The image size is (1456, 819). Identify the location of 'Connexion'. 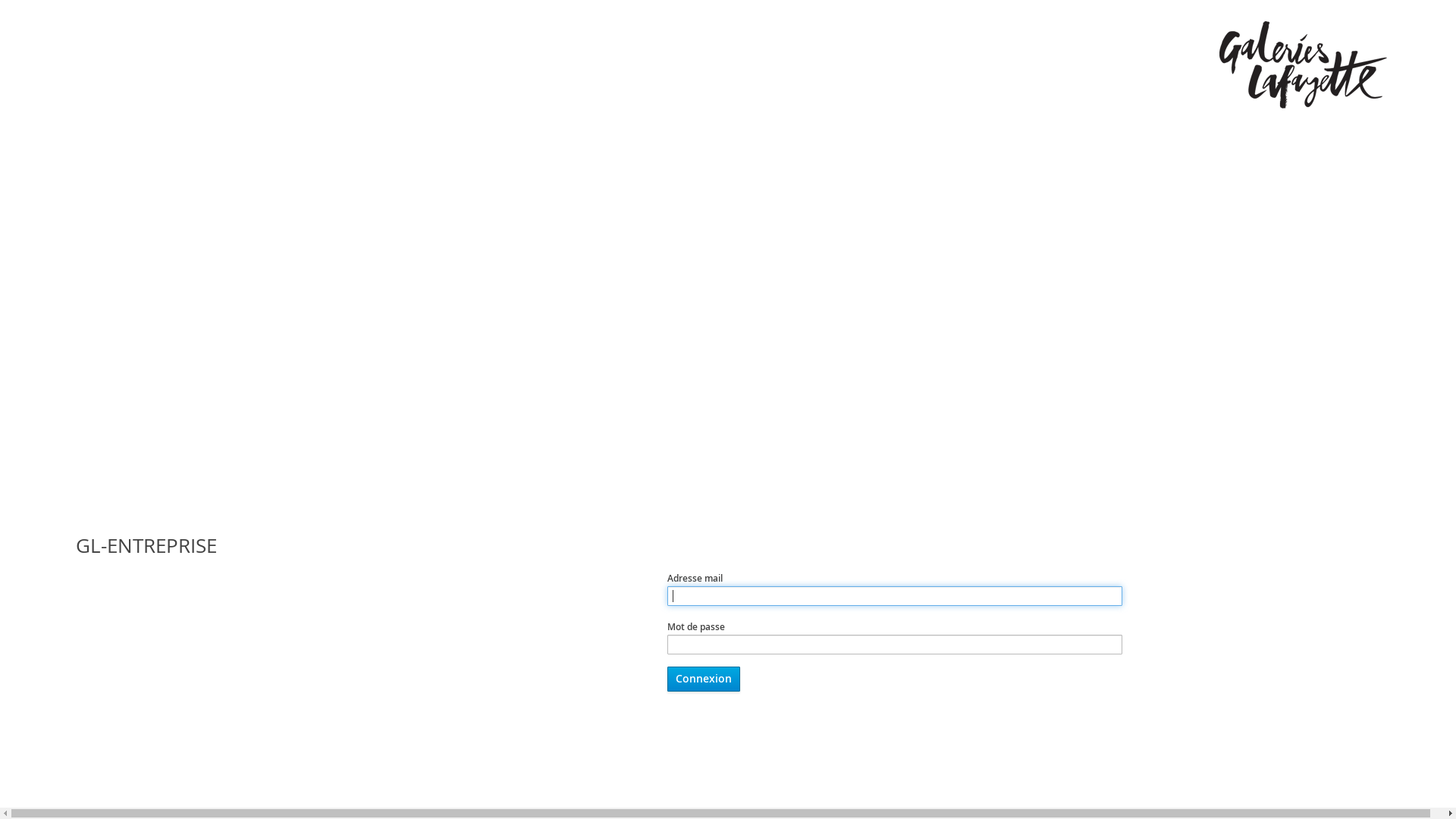
(667, 678).